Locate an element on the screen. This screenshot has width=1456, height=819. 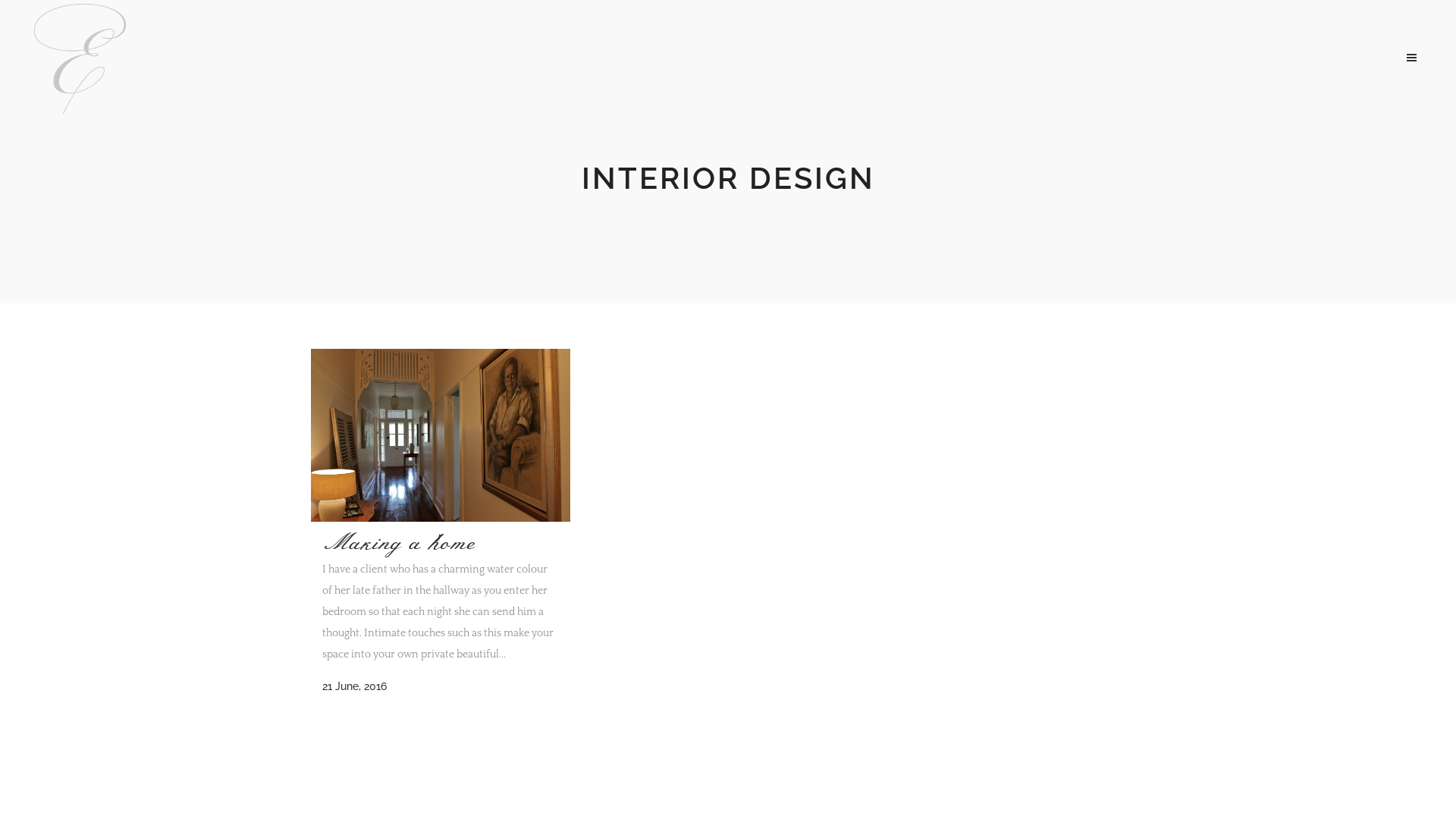
' ' is located at coordinates (1400, 55).